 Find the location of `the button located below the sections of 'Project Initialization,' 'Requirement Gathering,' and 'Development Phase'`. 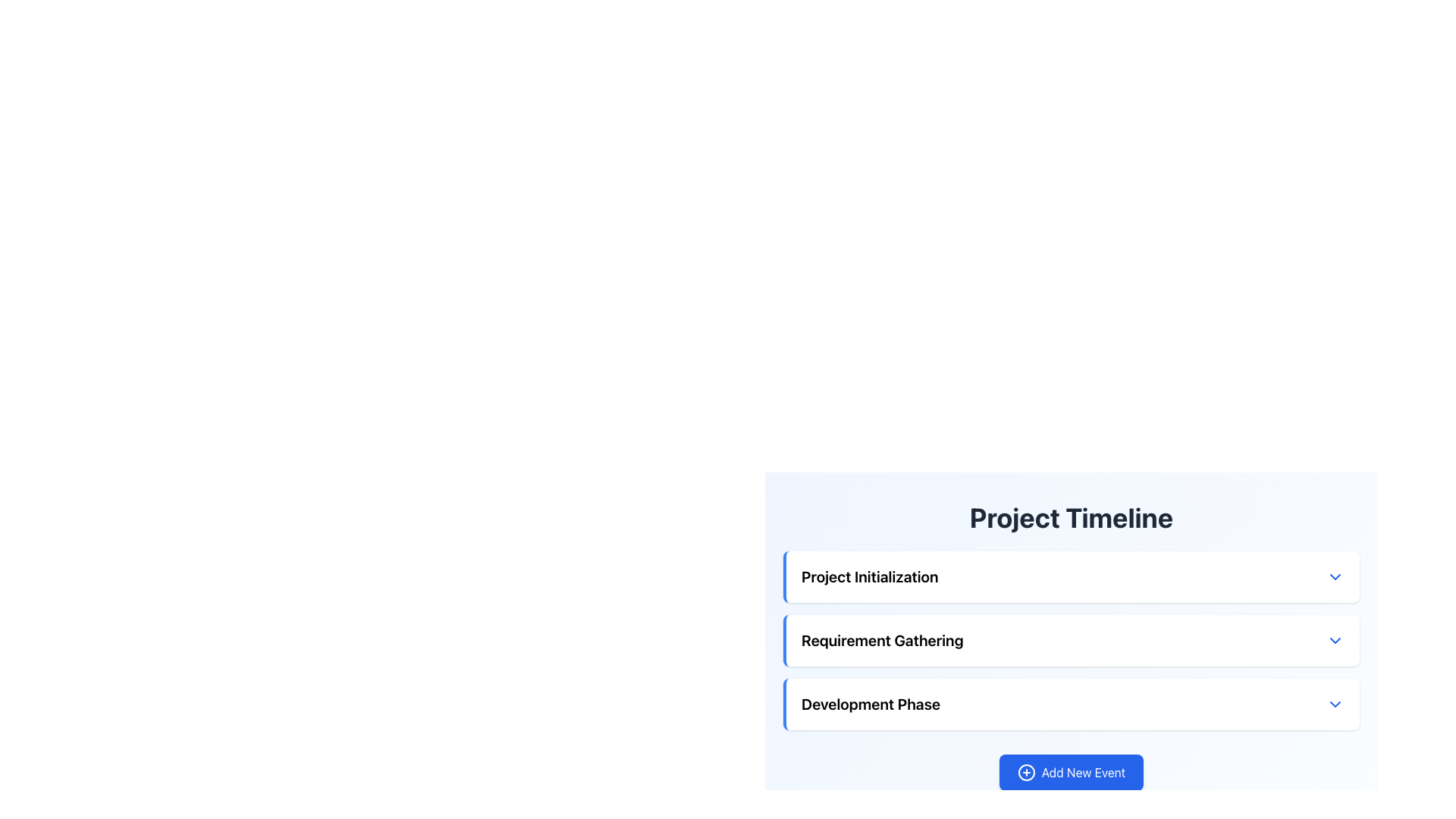

the button located below the sections of 'Project Initialization,' 'Requirement Gathering,' and 'Development Phase' is located at coordinates (1070, 772).